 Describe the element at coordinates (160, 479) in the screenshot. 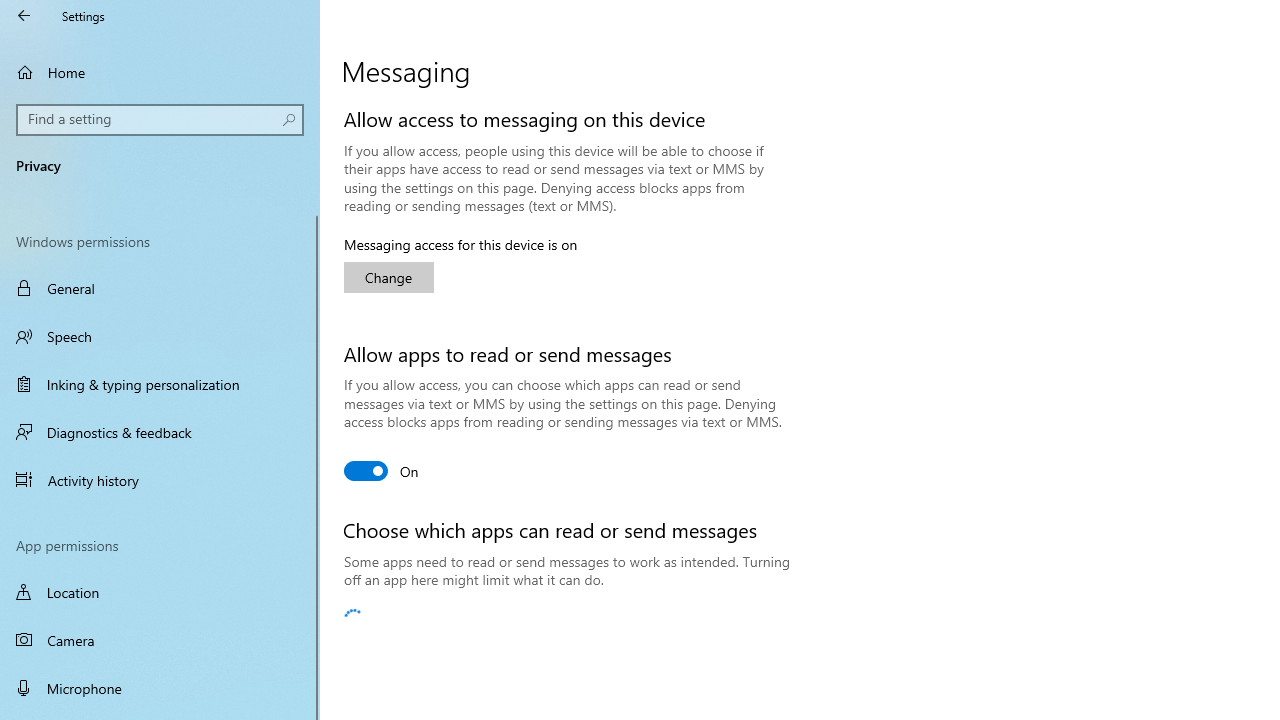

I see `'Activity history'` at that location.